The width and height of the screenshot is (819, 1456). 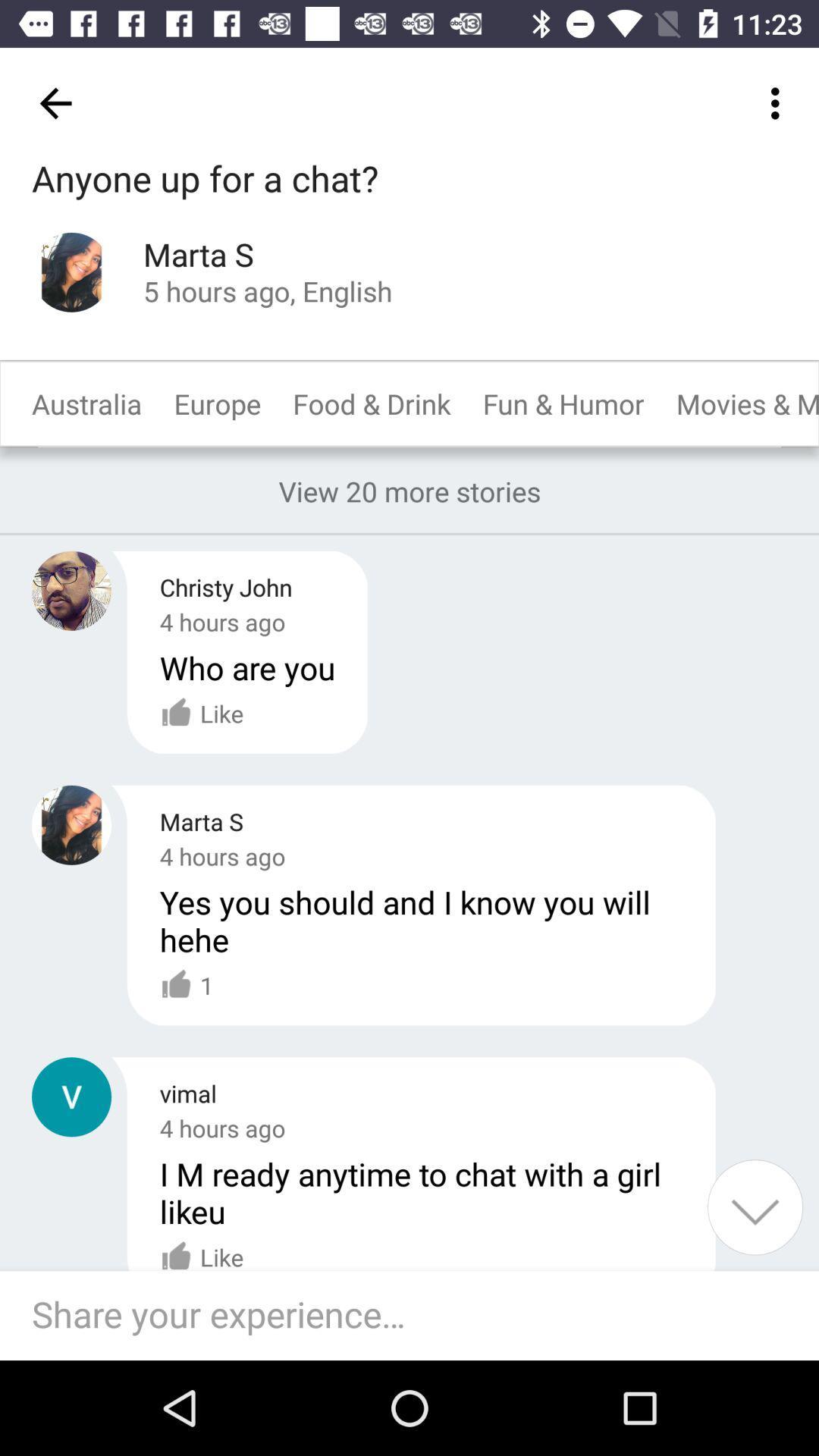 I want to click on the text box which says share your experience, so click(x=417, y=1314).